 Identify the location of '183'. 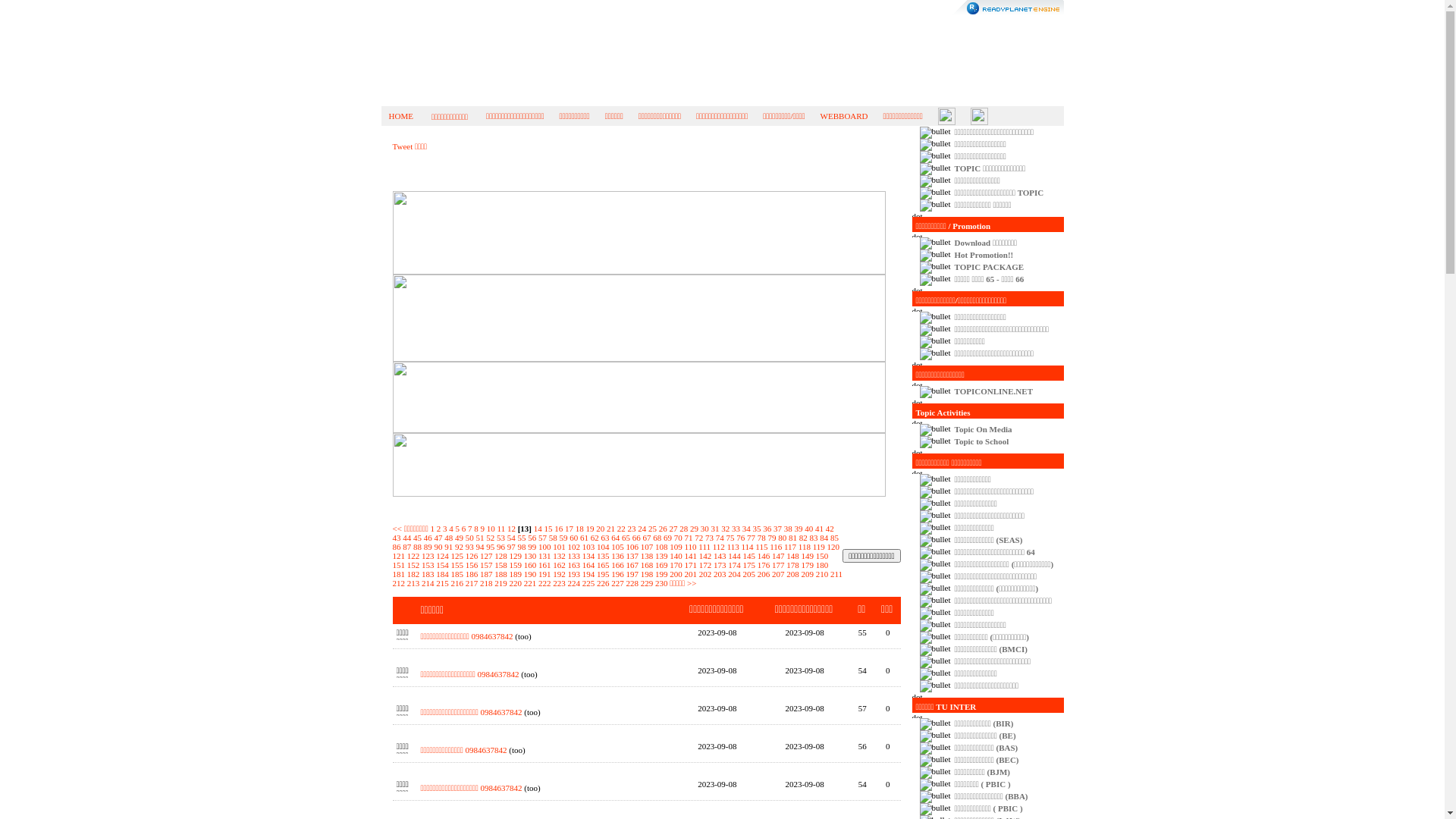
(427, 573).